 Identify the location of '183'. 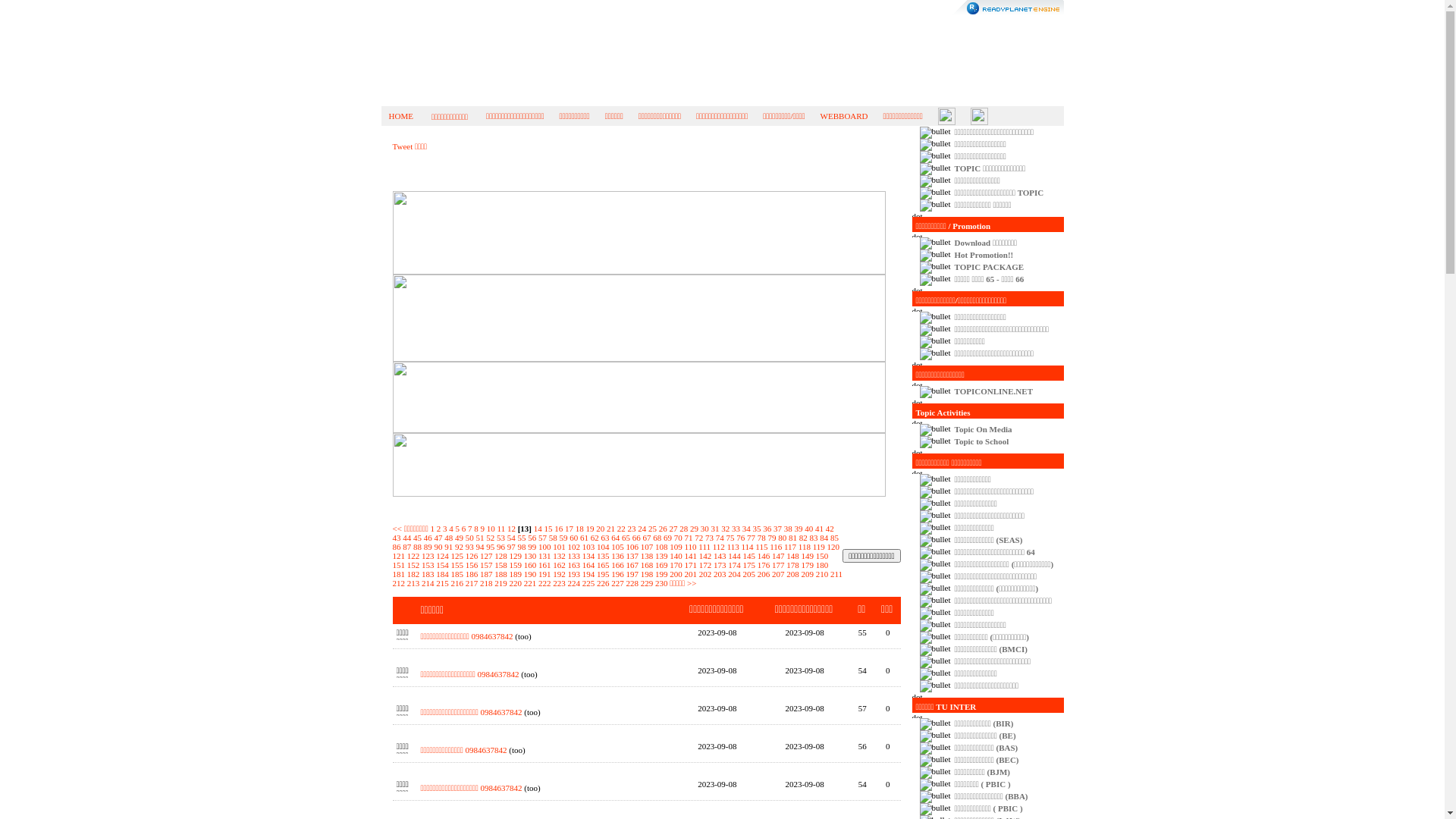
(427, 573).